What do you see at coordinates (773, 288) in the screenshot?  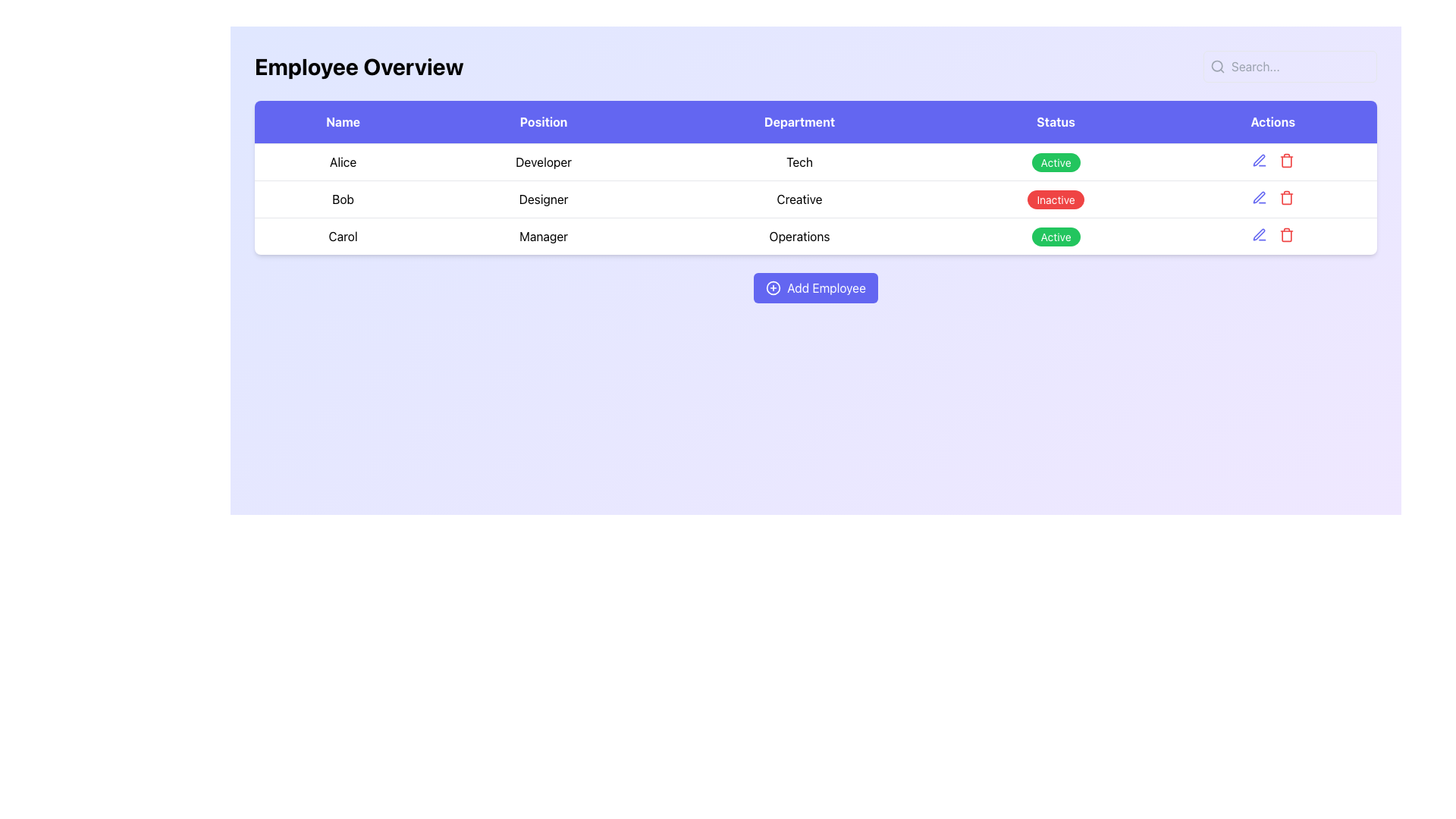 I see `the circular outline element of the 'Add Employee' button located at the bottom section of the interface` at bounding box center [773, 288].